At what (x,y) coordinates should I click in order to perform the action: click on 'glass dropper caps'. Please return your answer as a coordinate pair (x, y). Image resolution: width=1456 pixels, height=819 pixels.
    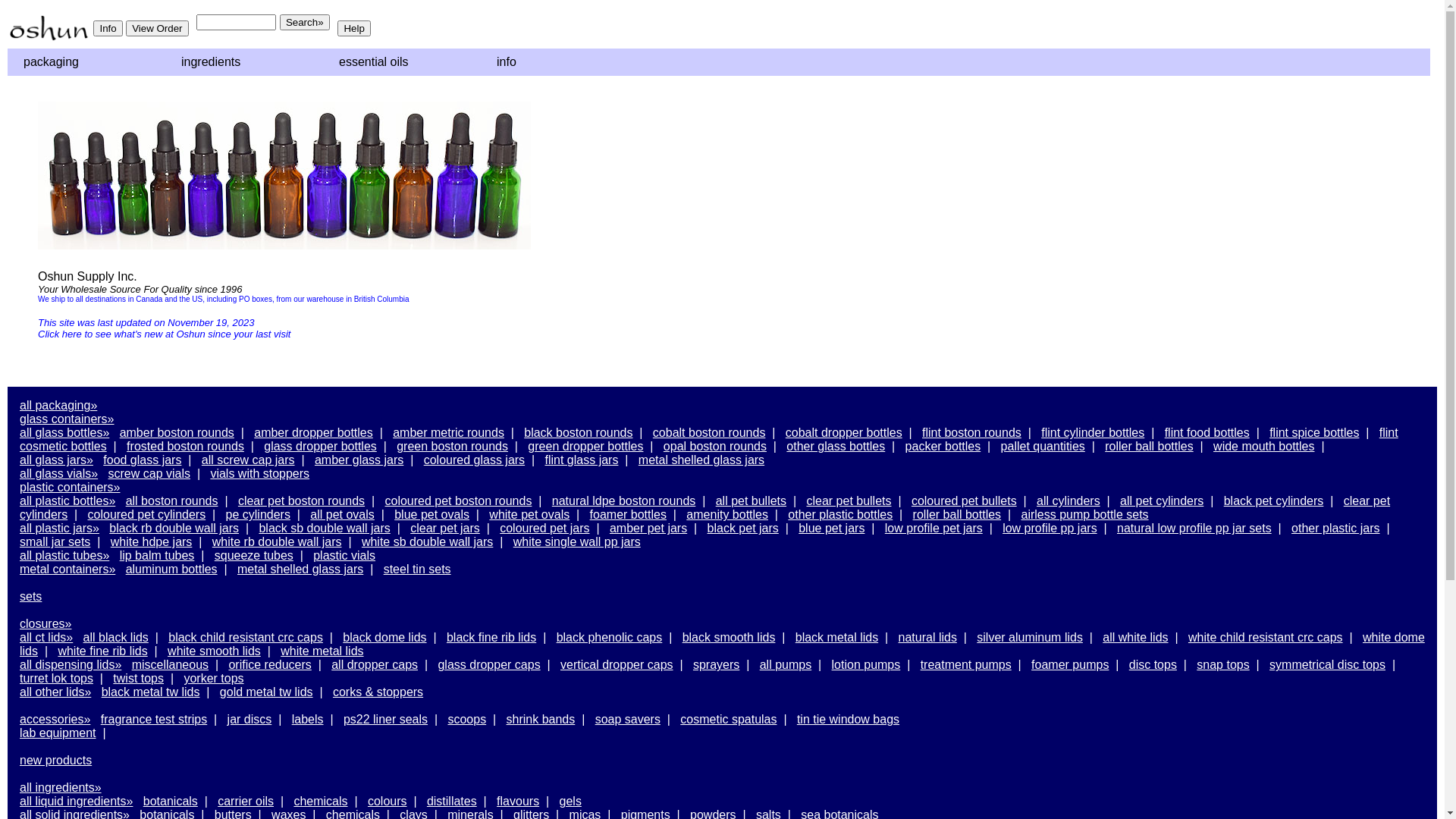
    Looking at the image, I should click on (488, 664).